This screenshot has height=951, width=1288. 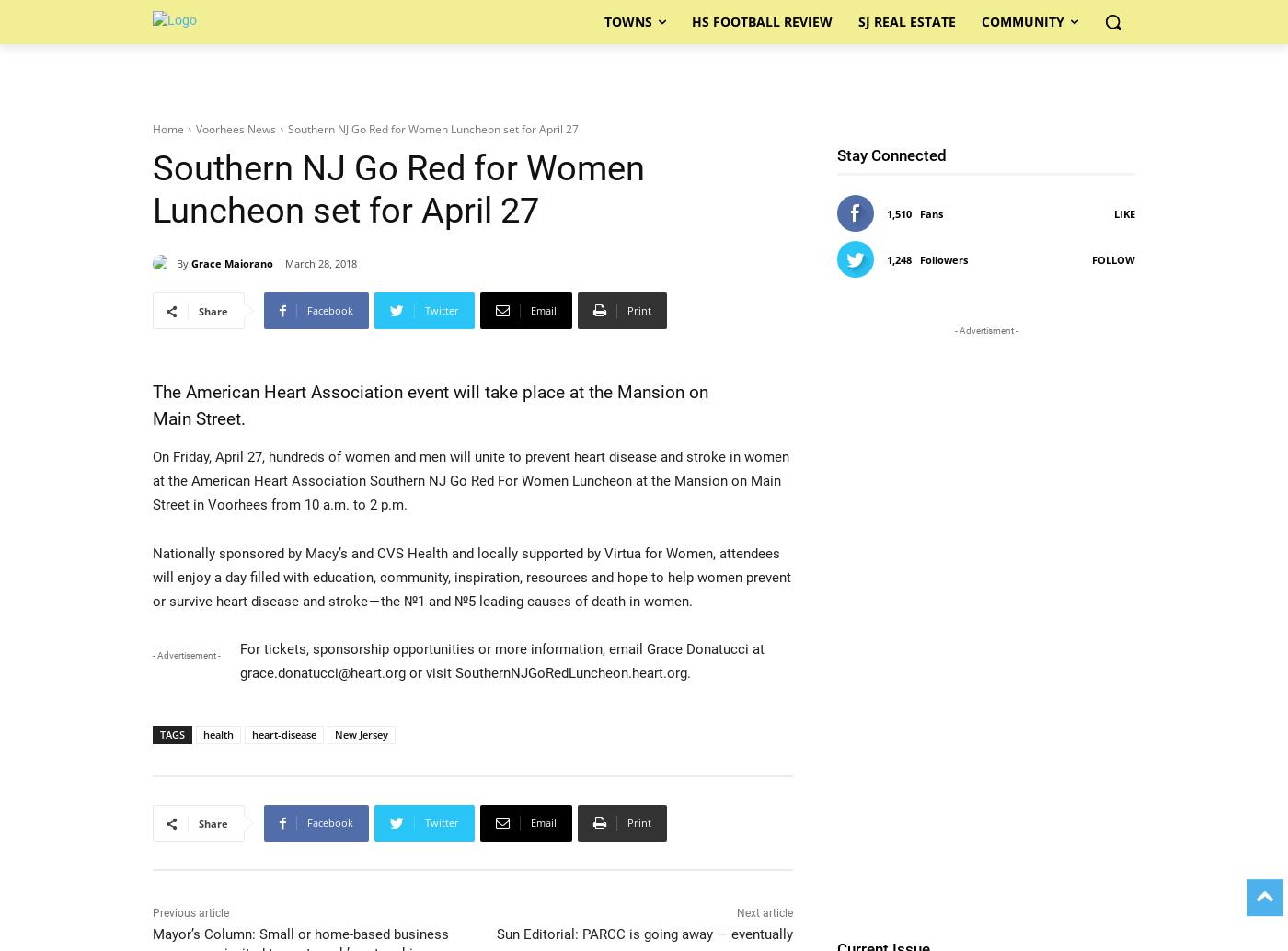 What do you see at coordinates (626, 93) in the screenshot?
I see `'Search'` at bounding box center [626, 93].